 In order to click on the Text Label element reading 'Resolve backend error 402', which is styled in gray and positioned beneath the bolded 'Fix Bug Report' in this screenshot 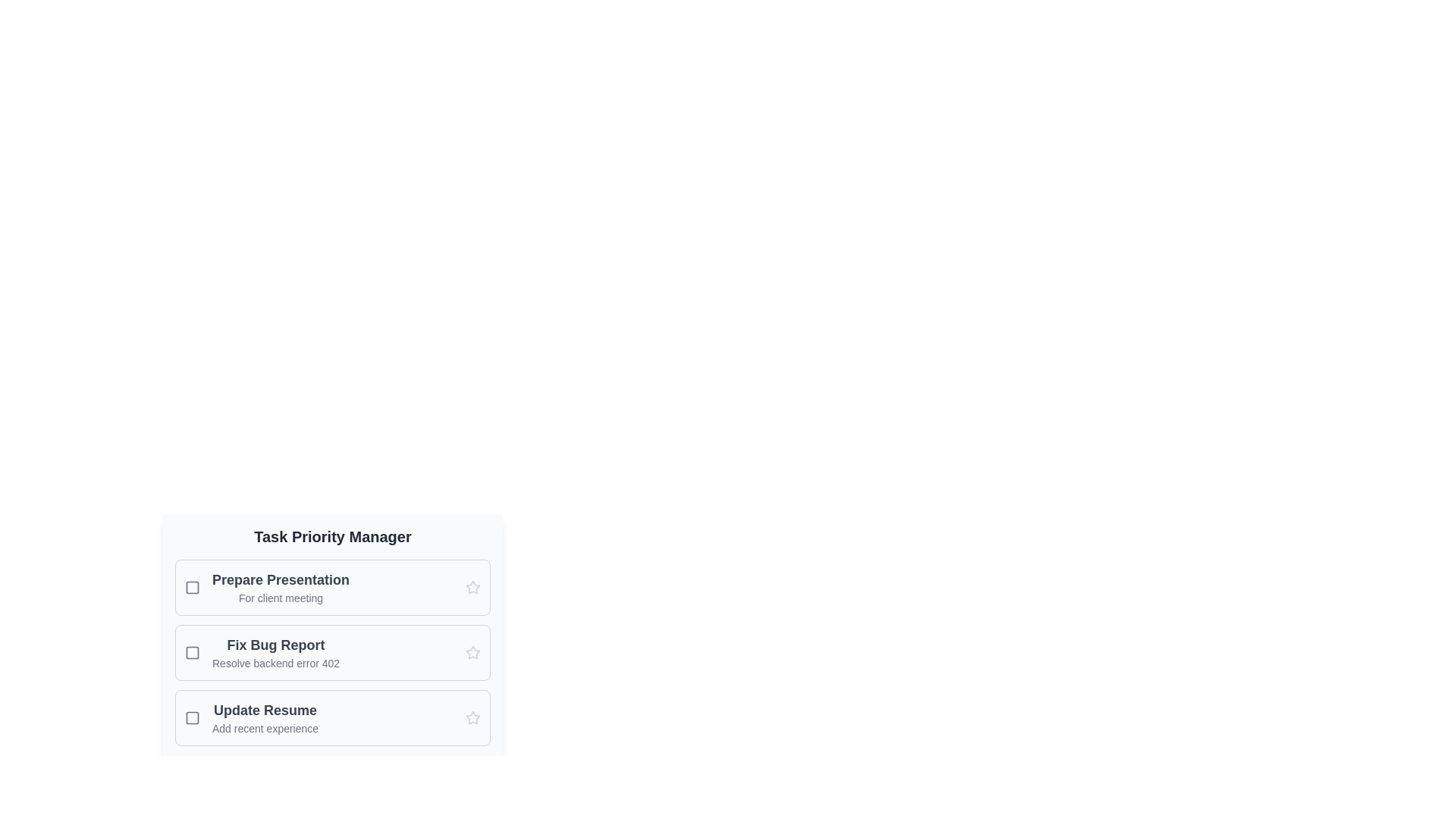, I will do `click(276, 663)`.